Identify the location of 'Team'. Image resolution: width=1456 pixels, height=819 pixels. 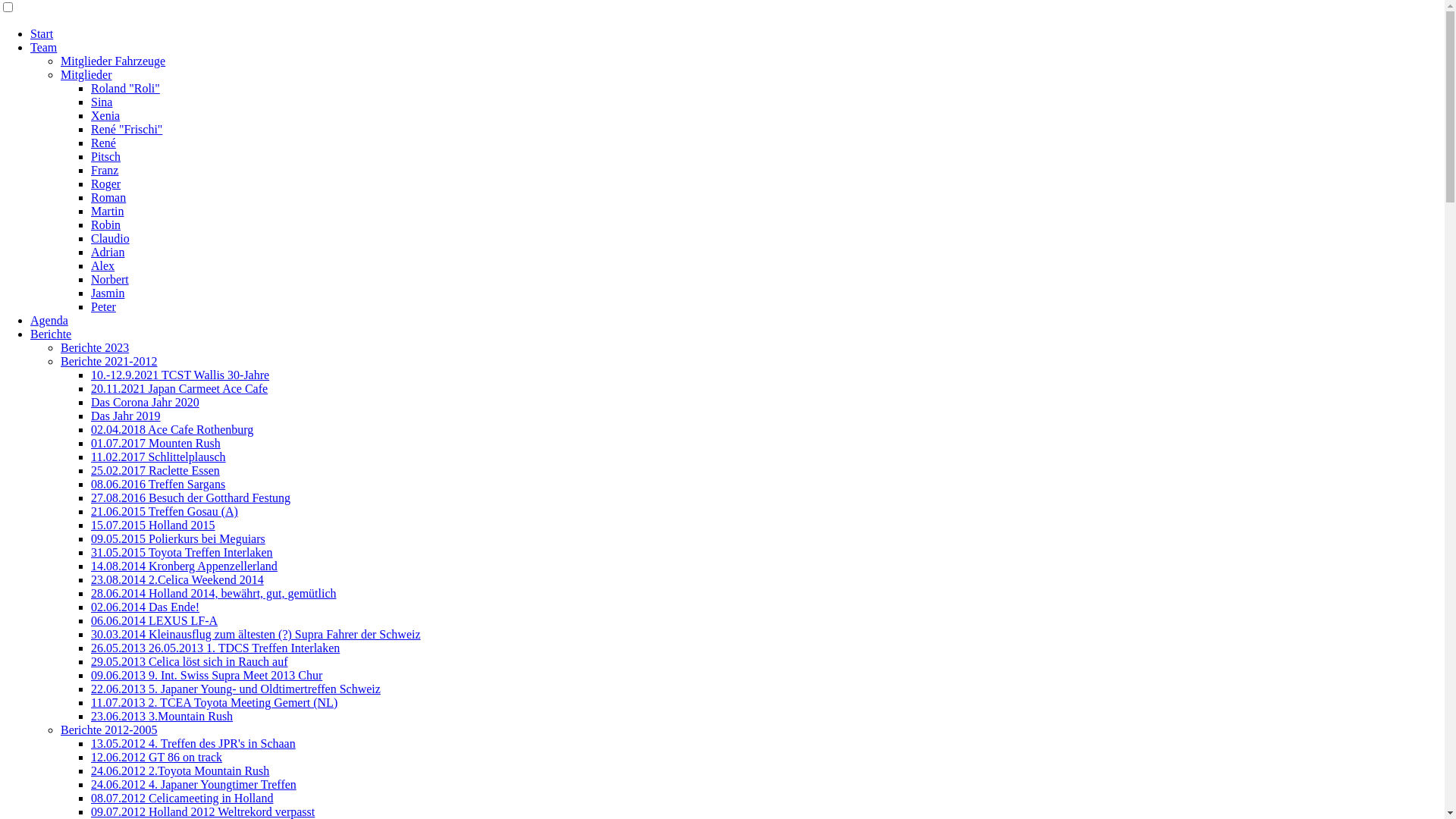
(30, 46).